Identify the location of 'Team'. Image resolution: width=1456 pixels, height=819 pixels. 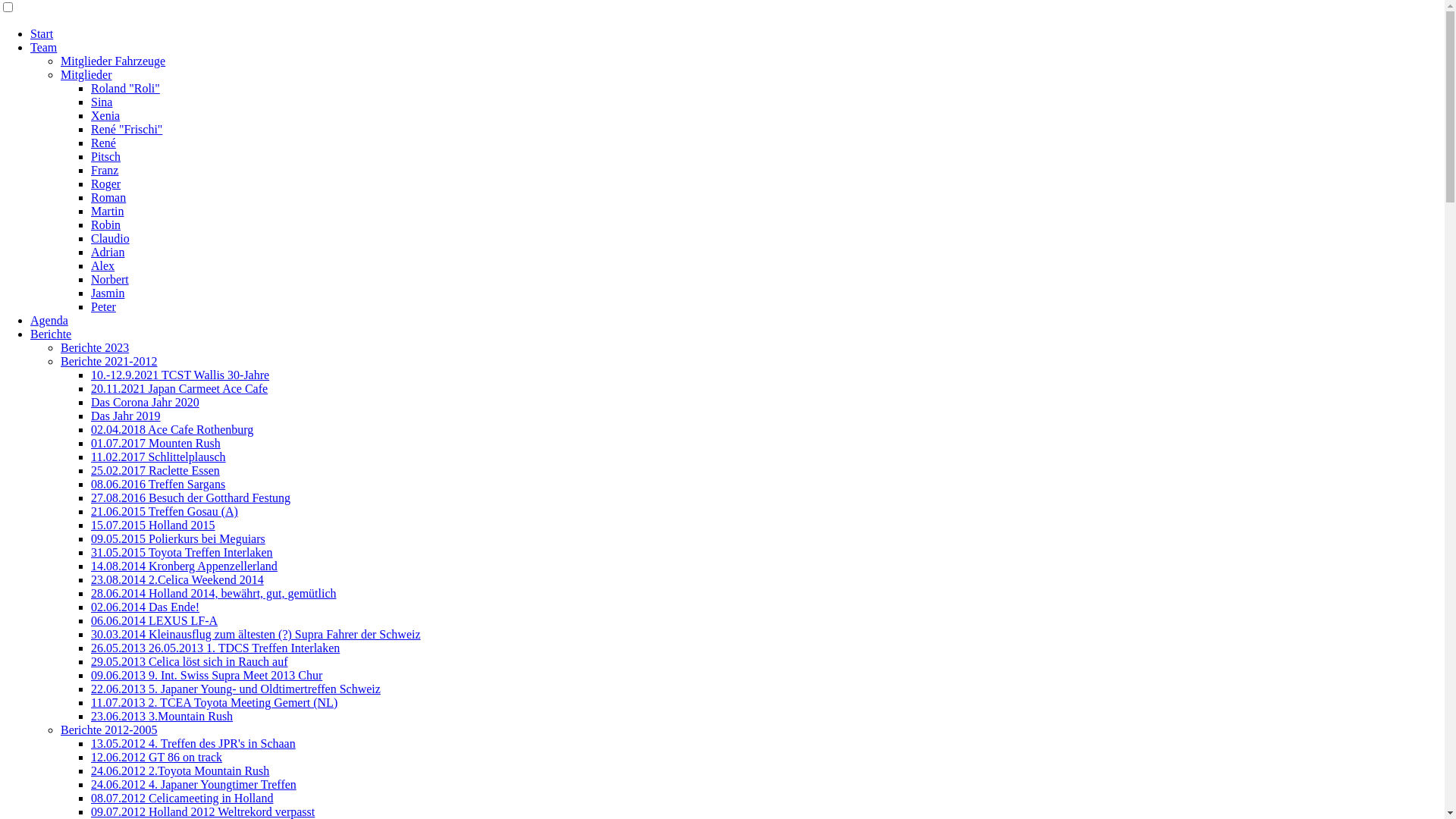
(30, 46).